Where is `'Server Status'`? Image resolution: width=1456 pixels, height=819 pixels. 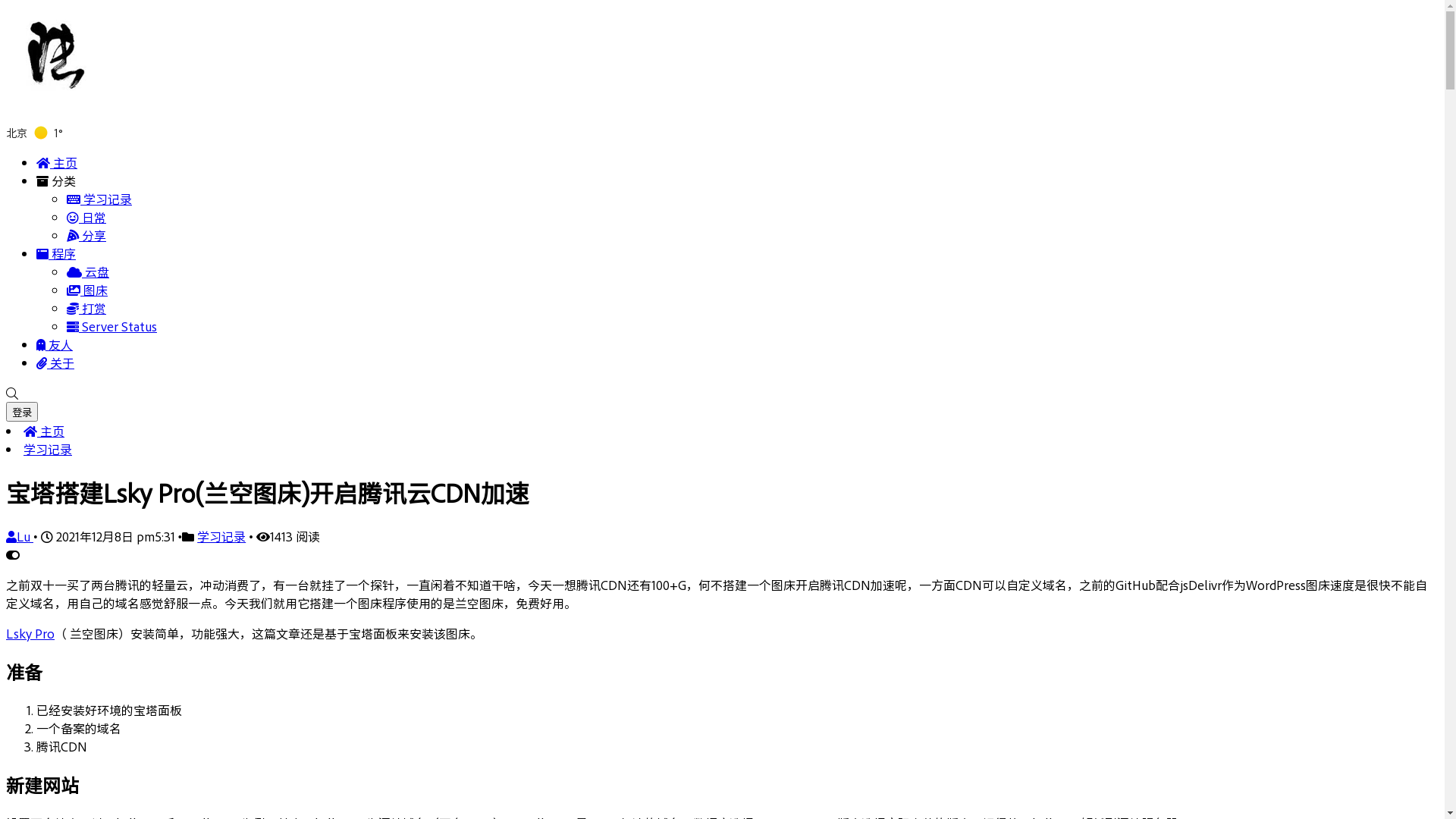 'Server Status' is located at coordinates (111, 325).